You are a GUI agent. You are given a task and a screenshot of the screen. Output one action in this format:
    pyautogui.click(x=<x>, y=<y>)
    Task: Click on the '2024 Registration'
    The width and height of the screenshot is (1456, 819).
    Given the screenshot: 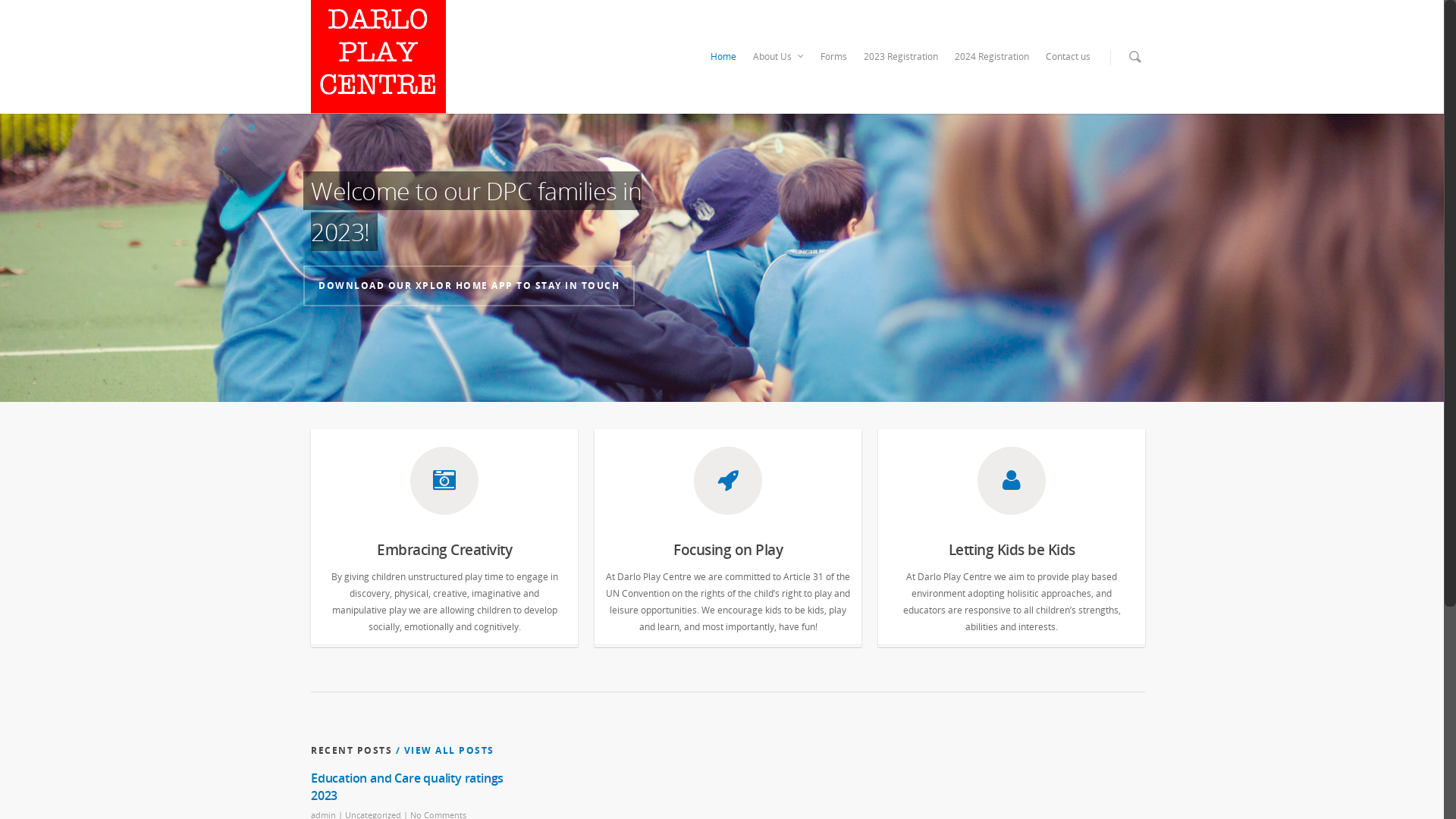 What is the action you would take?
    pyautogui.click(x=992, y=55)
    